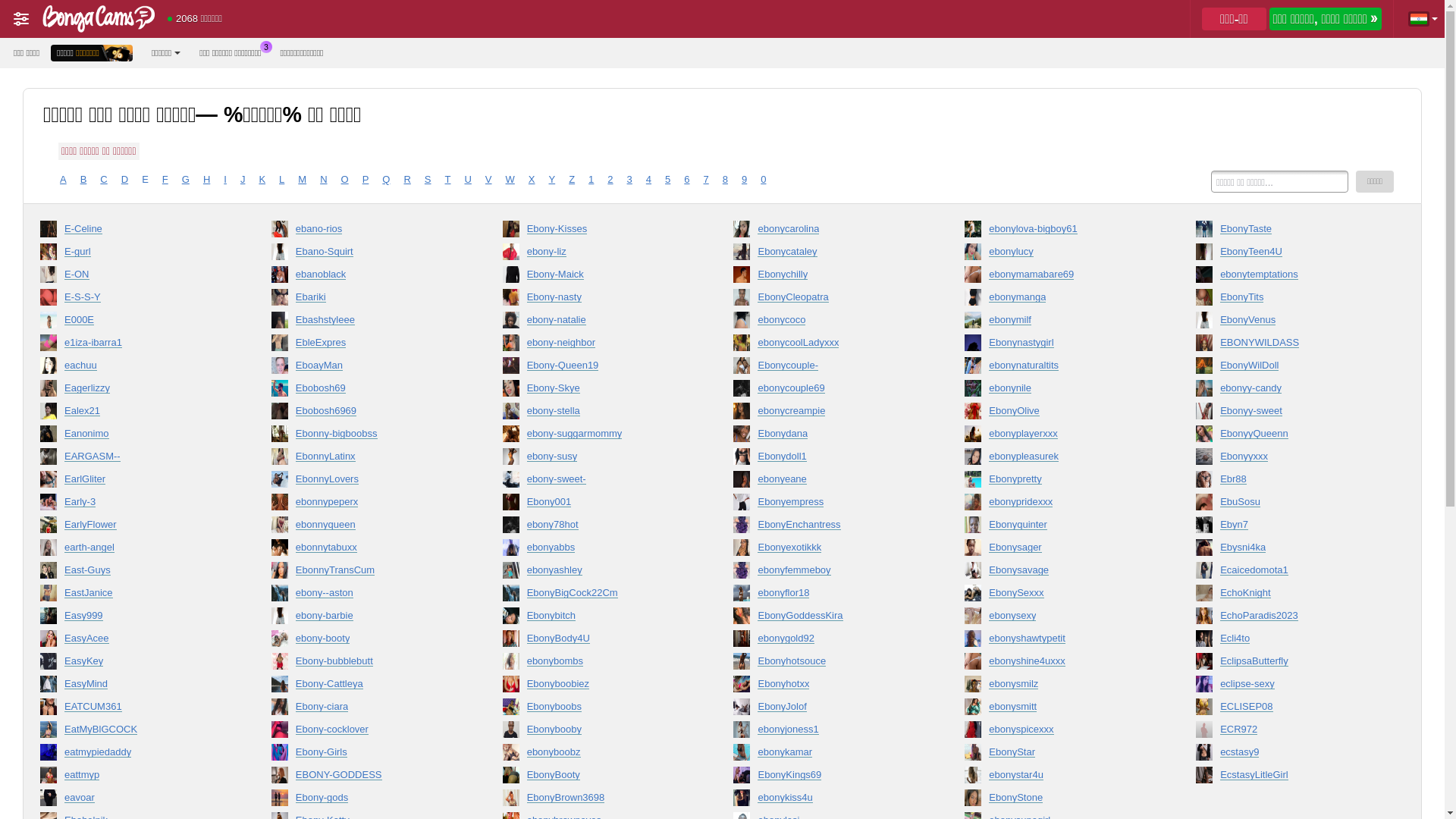 The width and height of the screenshot is (1456, 819). What do you see at coordinates (596, 458) in the screenshot?
I see `'ebony-susy'` at bounding box center [596, 458].